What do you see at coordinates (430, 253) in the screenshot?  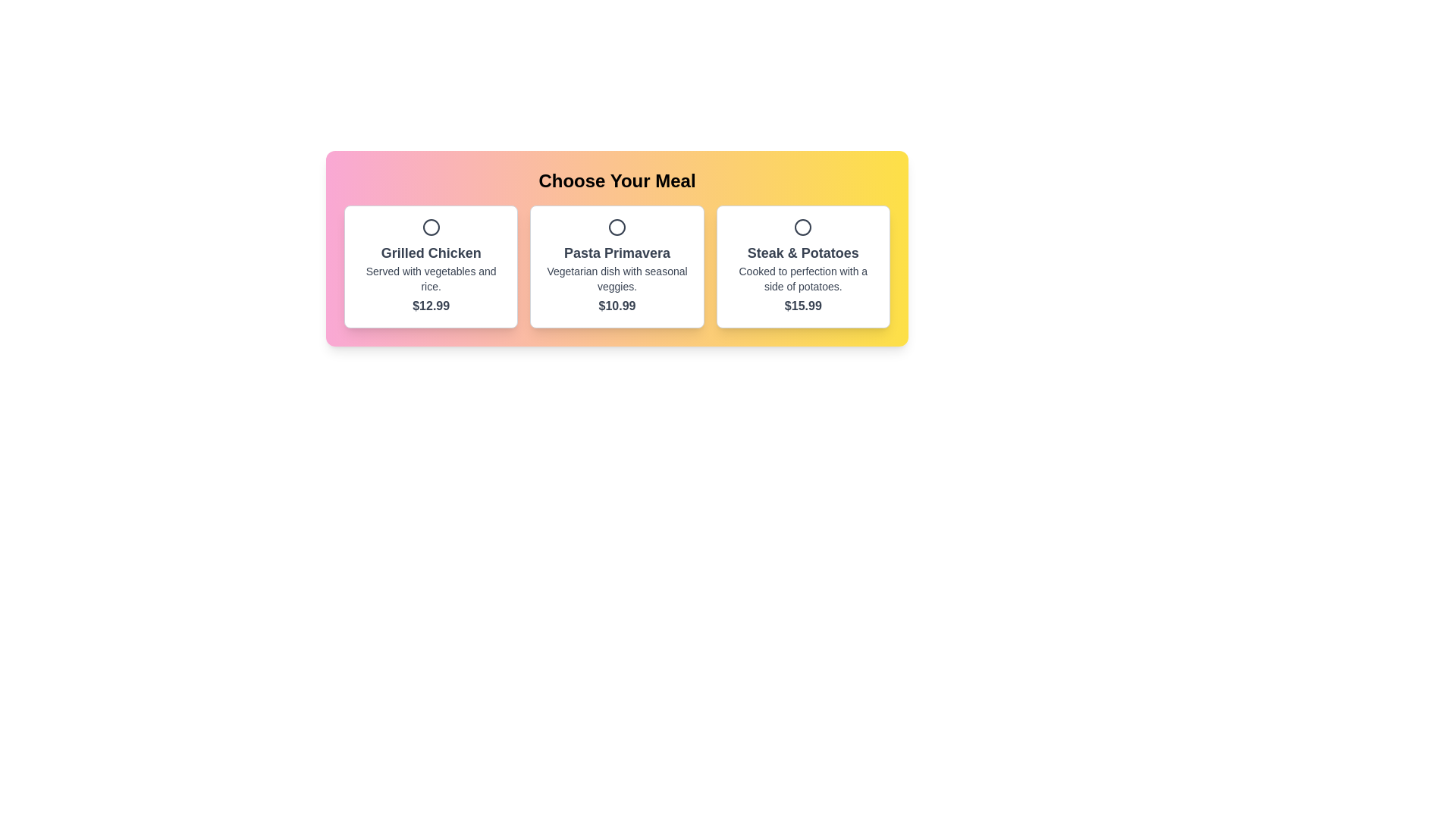 I see `the bold text 'Grilled Chicken' located at the top of the first card in the meal options list` at bounding box center [430, 253].